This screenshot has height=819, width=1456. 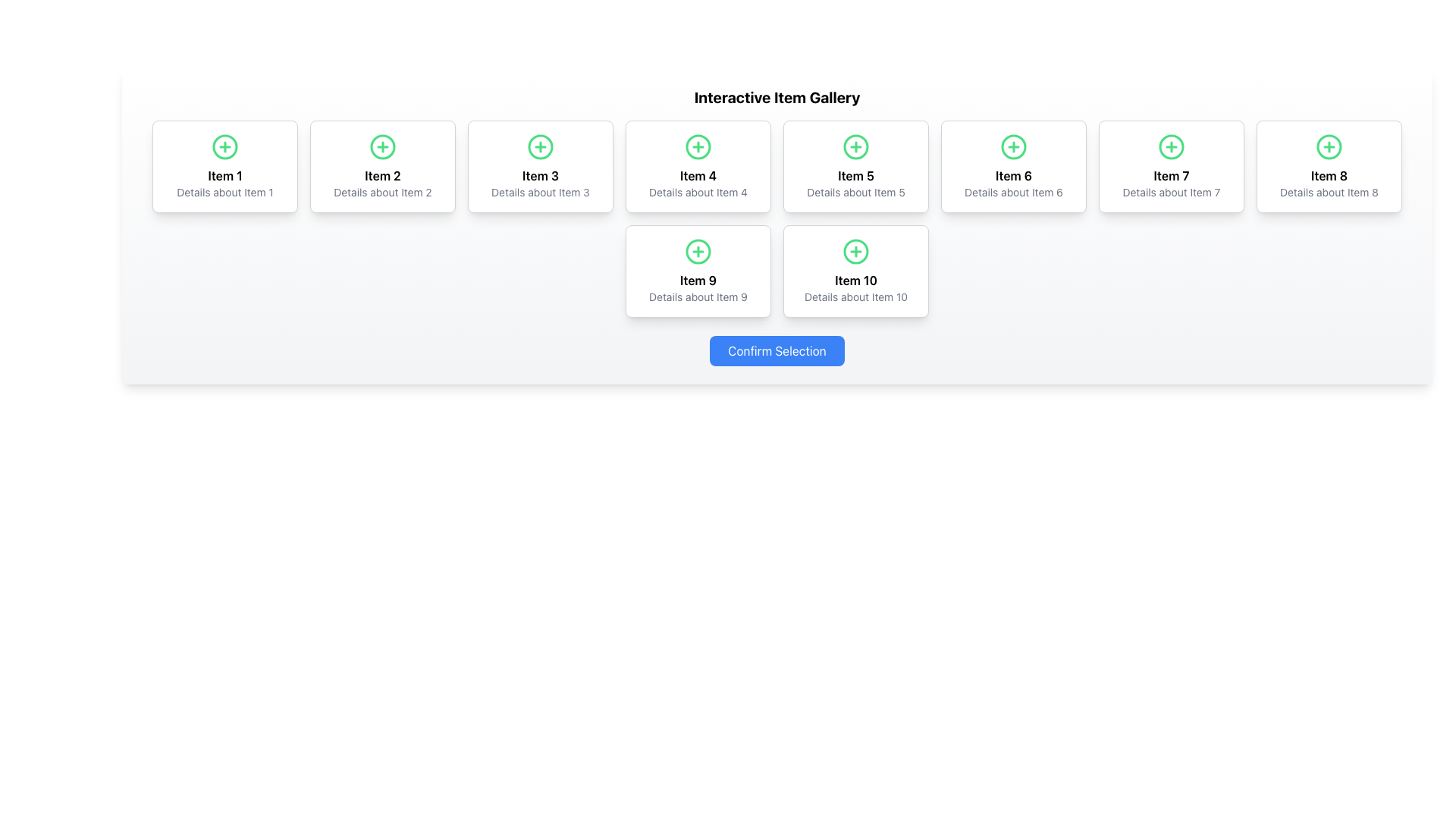 What do you see at coordinates (698, 271) in the screenshot?
I see `the rectangular card styled with rounded corners, containing a green circular plus icon and bold black text saying 'Item 9', located in the second row, third column of the grid layout` at bounding box center [698, 271].